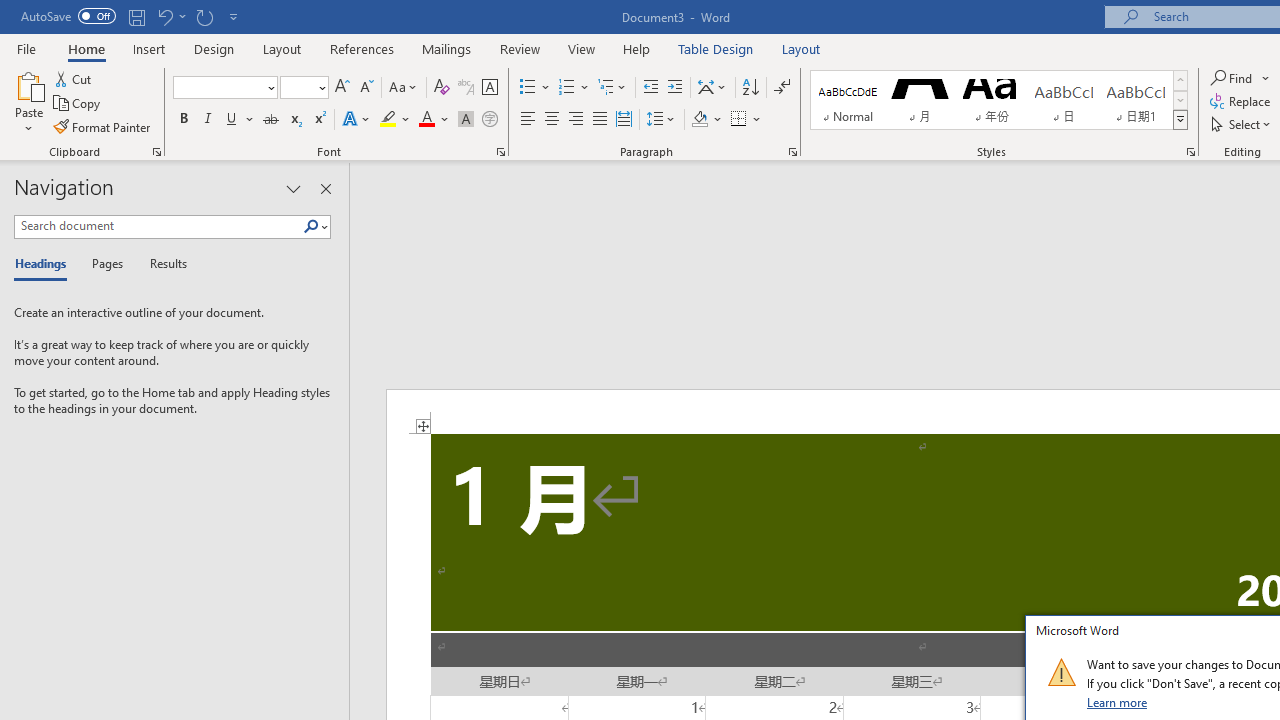 The height and width of the screenshot is (720, 1280). Describe the element at coordinates (464, 86) in the screenshot. I see `'Phonetic Guide...'` at that location.